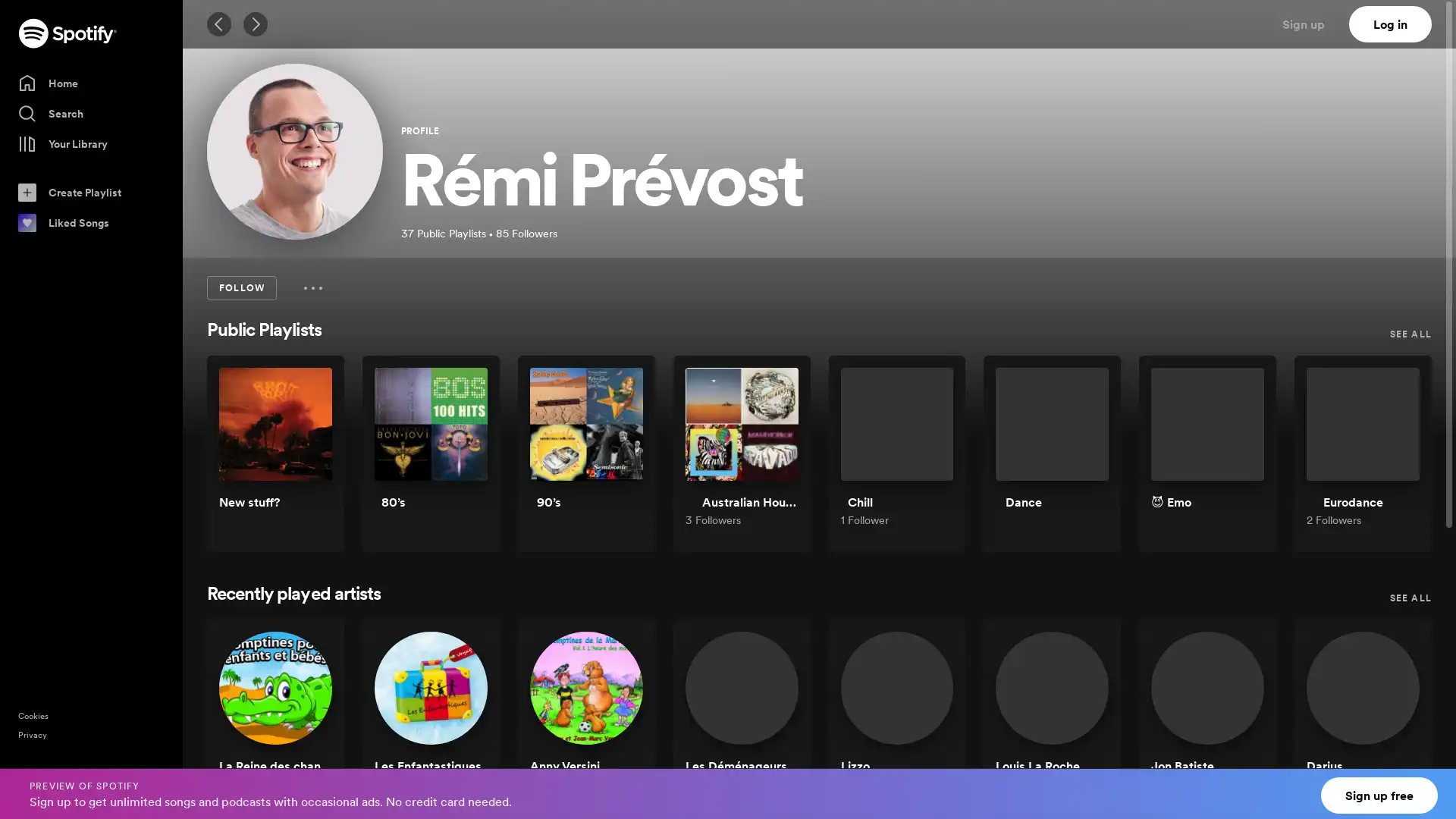  What do you see at coordinates (1240, 724) in the screenshot?
I see `Play Jon Batiste` at bounding box center [1240, 724].